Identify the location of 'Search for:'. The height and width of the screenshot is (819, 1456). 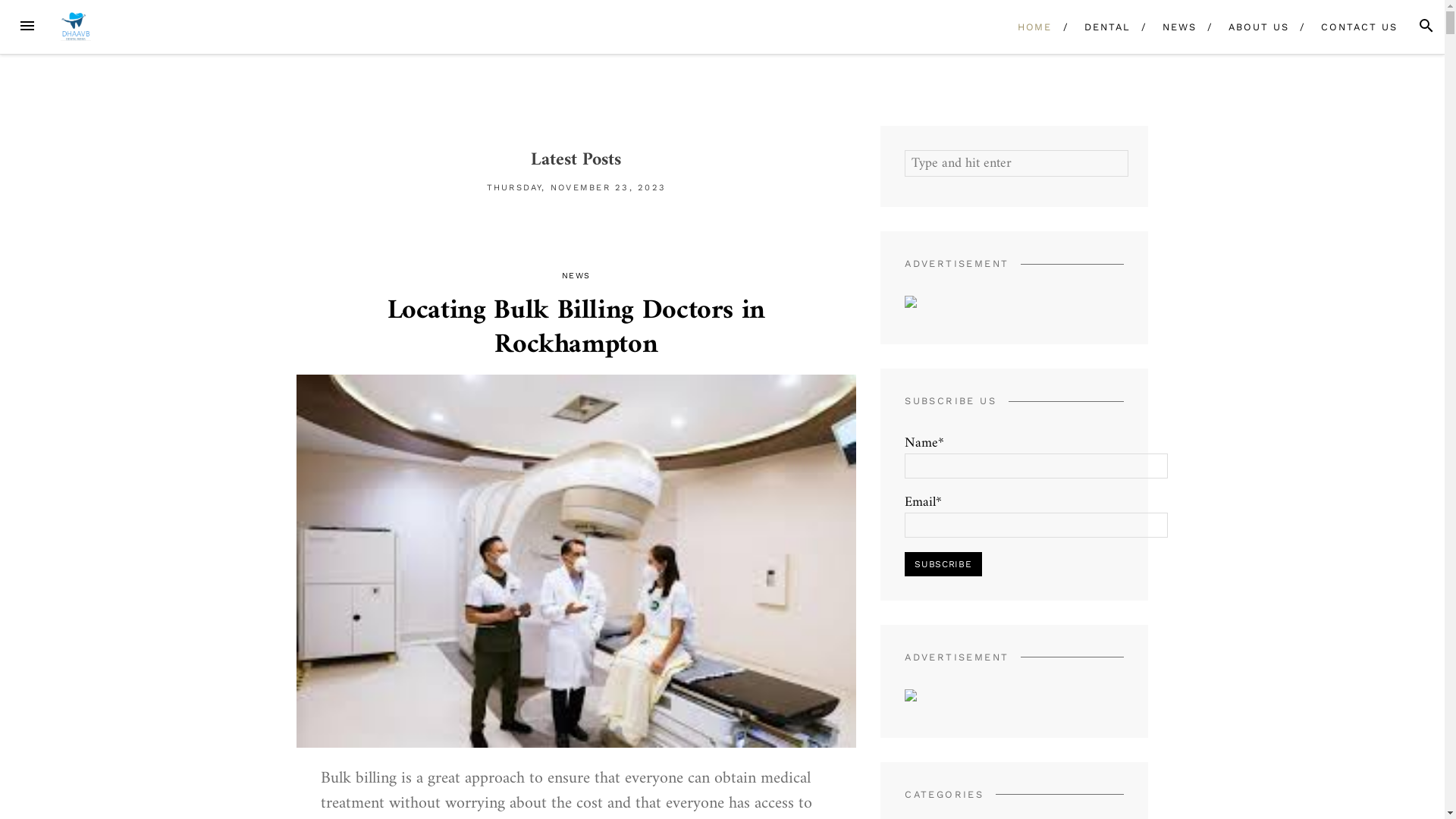
(1016, 163).